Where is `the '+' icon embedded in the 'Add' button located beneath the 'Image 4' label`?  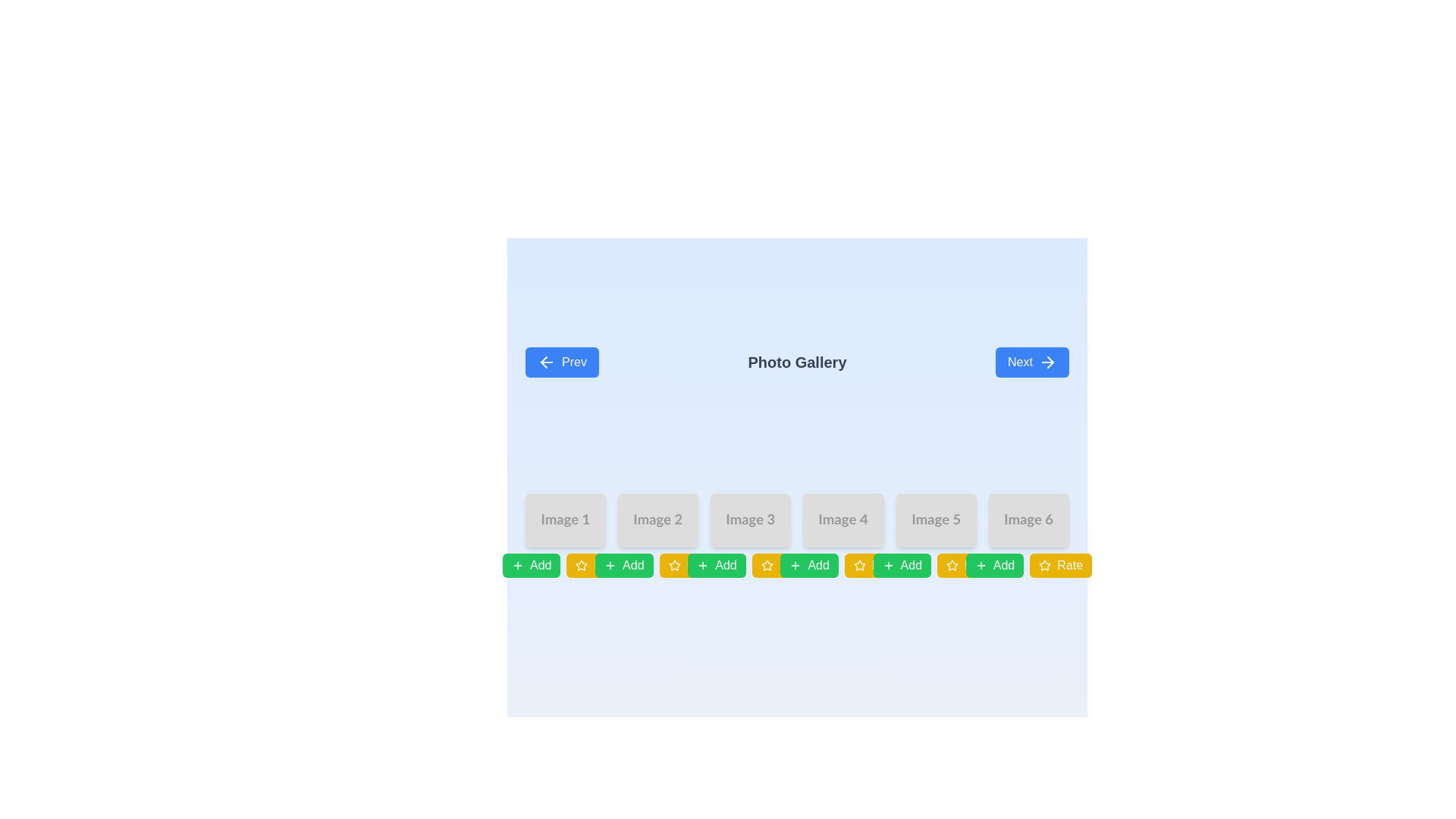
the '+' icon embedded in the 'Add' button located beneath the 'Image 4' label is located at coordinates (795, 565).